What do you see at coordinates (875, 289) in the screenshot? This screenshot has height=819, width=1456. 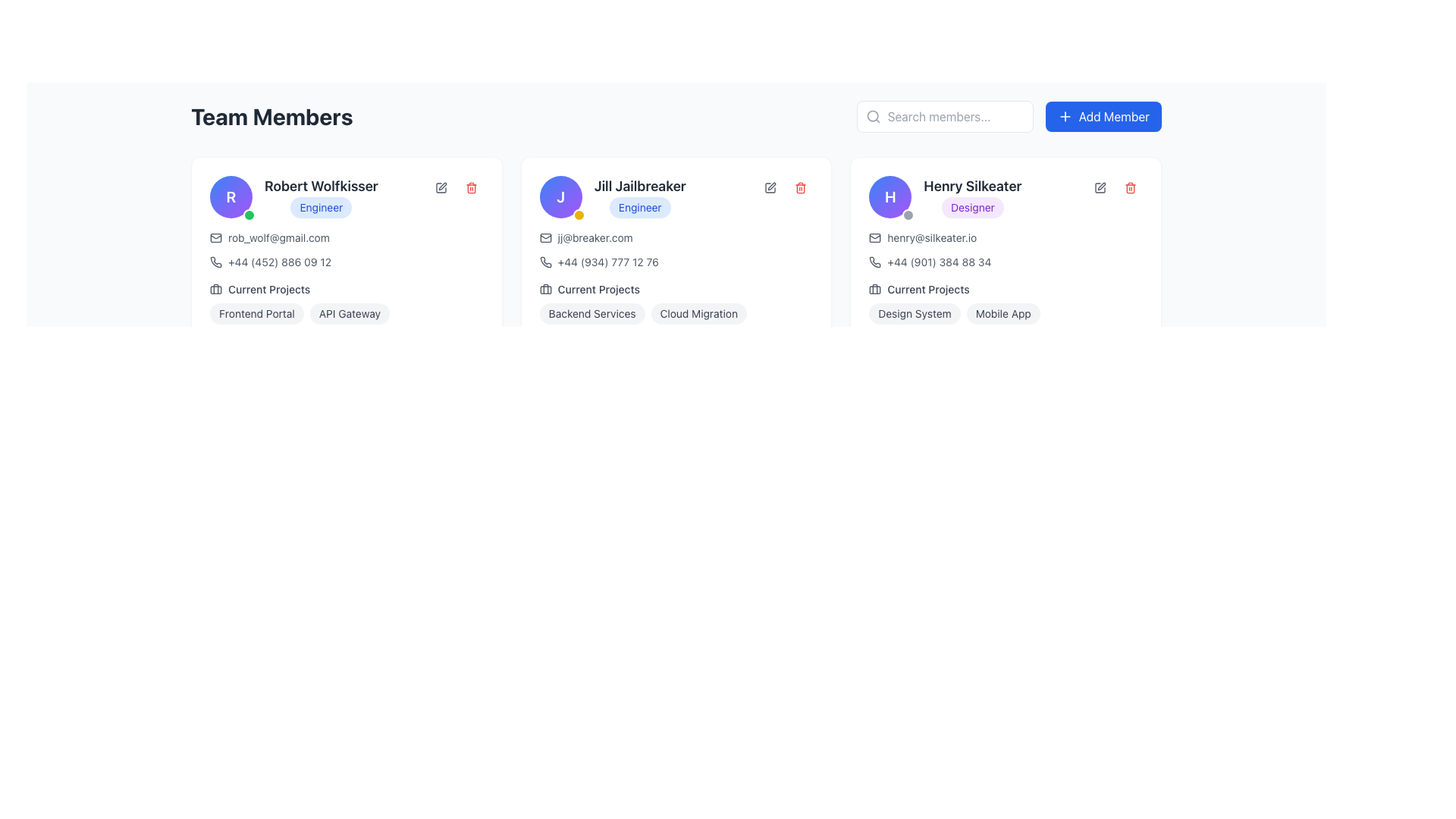 I see `the vertical line segment of the briefcase handle in the SVG graphic representing user 'Henry Silkeater's' information` at bounding box center [875, 289].